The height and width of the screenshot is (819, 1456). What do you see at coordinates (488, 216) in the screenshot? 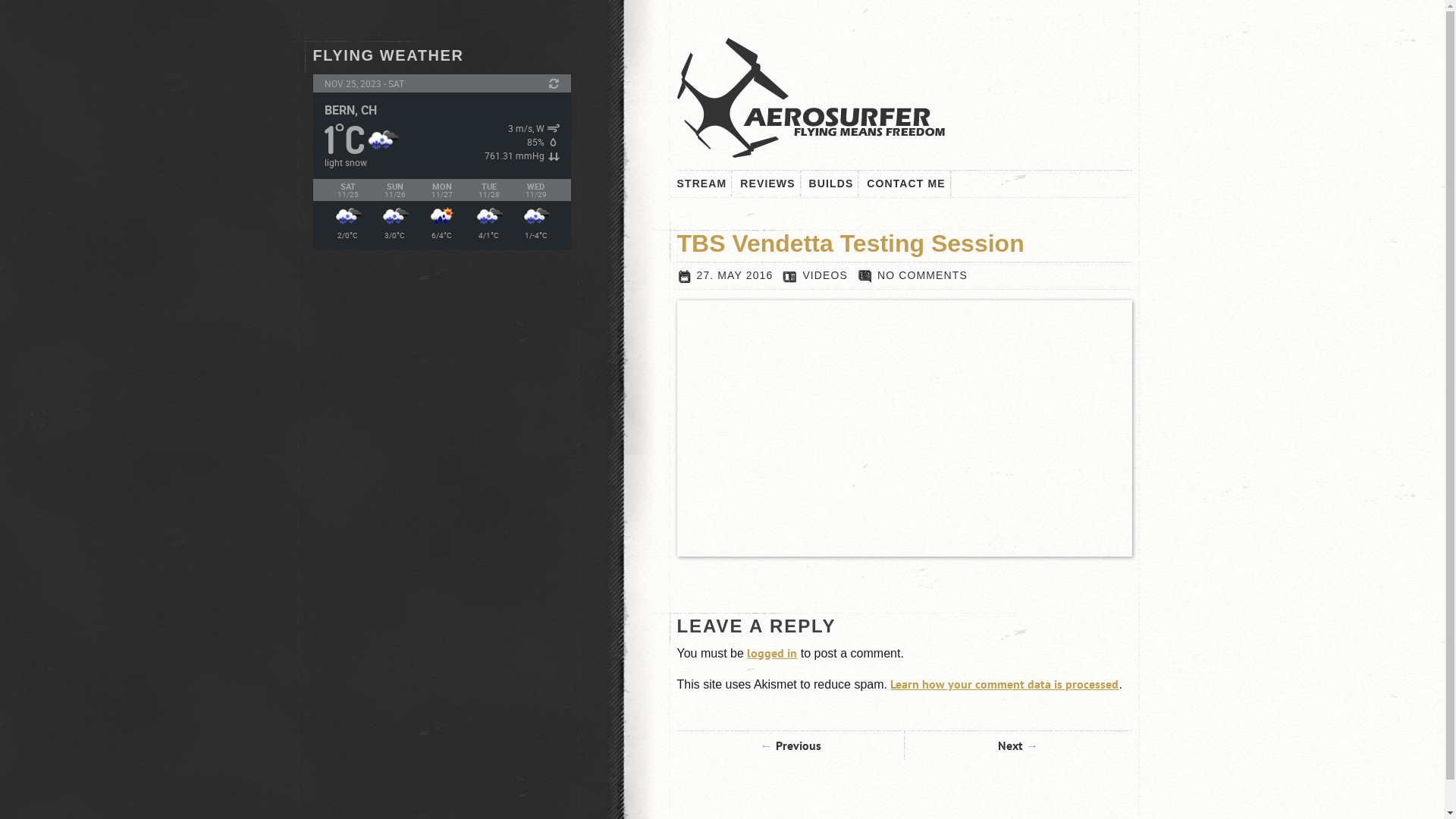
I see `'rain and snow'` at bounding box center [488, 216].